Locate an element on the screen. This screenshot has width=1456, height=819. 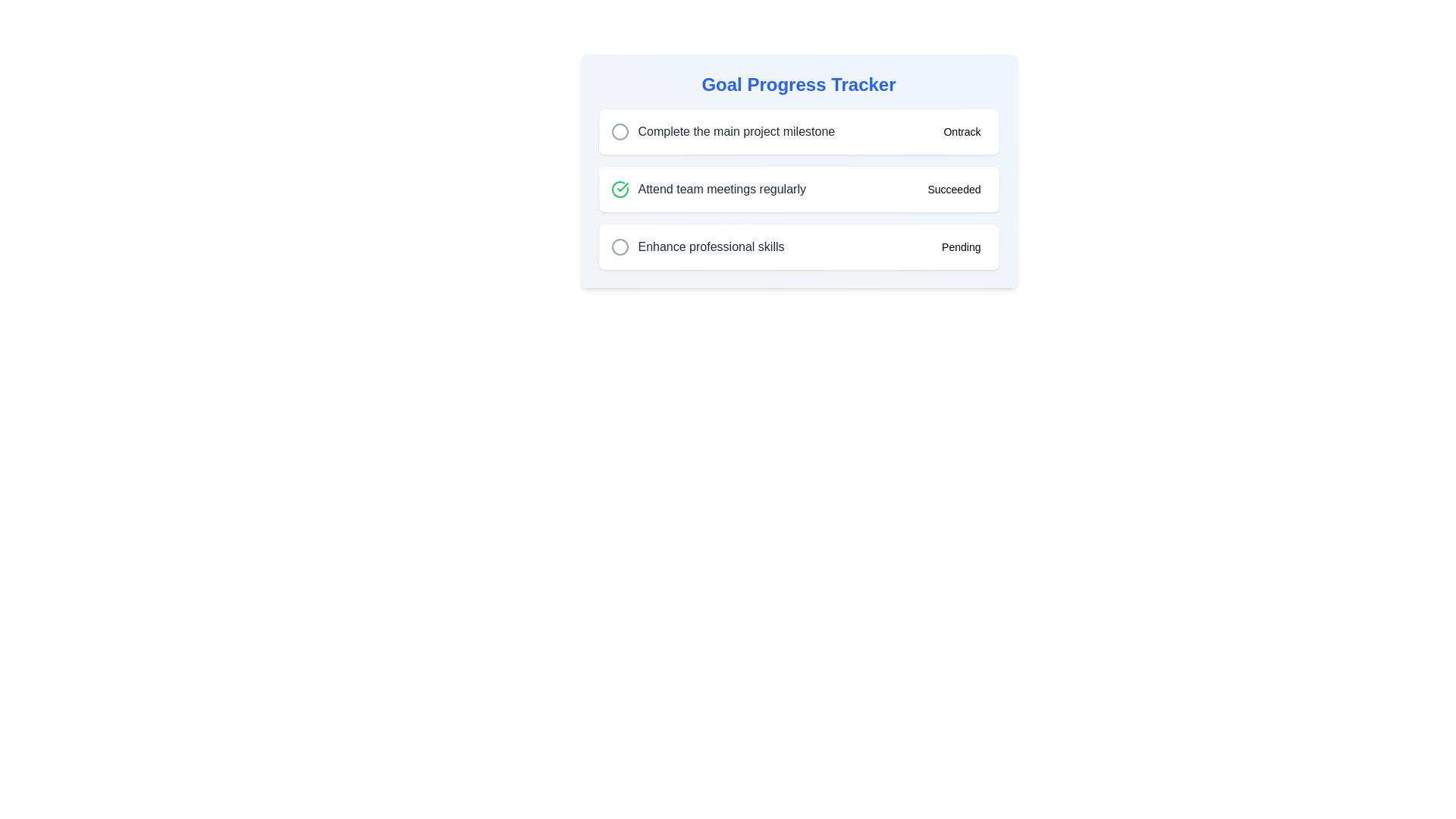
the circular icon with a hollow center and thin border that is adjacent to the 'Enhance professional skills' text label by moving the cursor to its center is located at coordinates (620, 246).